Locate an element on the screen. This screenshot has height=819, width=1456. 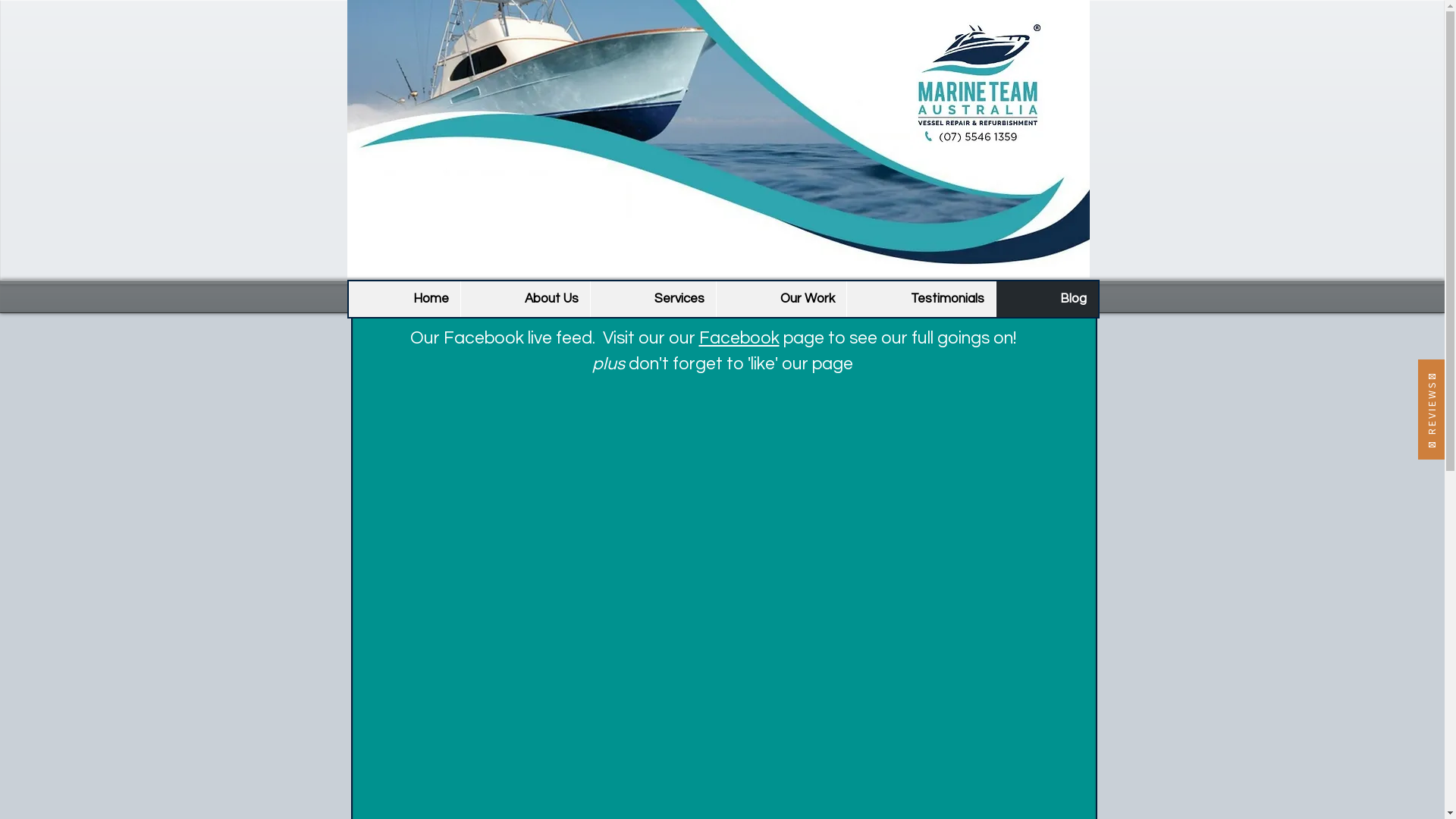
'Blog' is located at coordinates (1045, 299).